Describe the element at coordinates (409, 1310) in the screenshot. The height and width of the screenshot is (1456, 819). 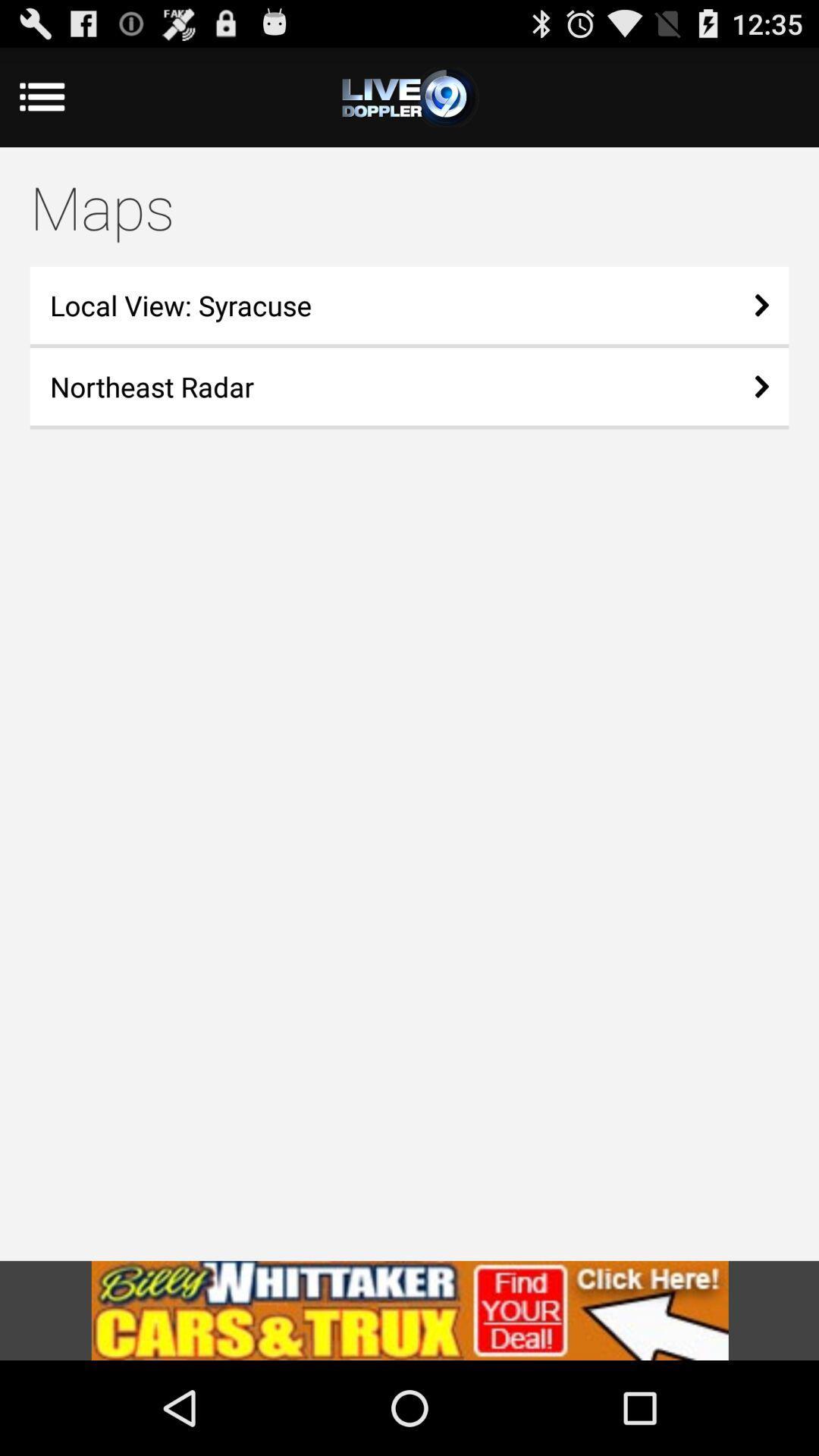
I see `item at the bottom` at that location.